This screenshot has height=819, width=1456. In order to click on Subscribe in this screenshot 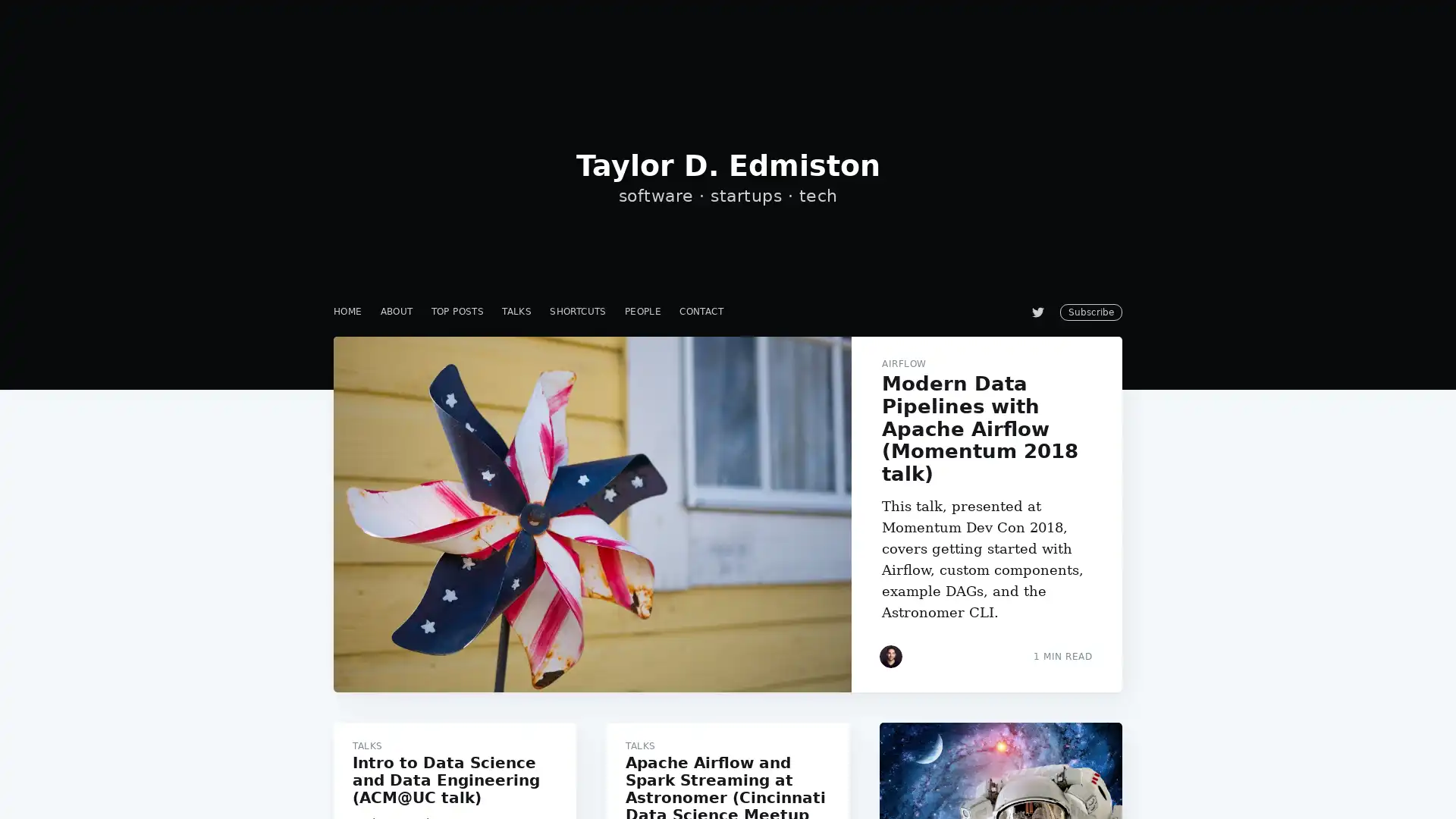, I will do `click(866, 465)`.